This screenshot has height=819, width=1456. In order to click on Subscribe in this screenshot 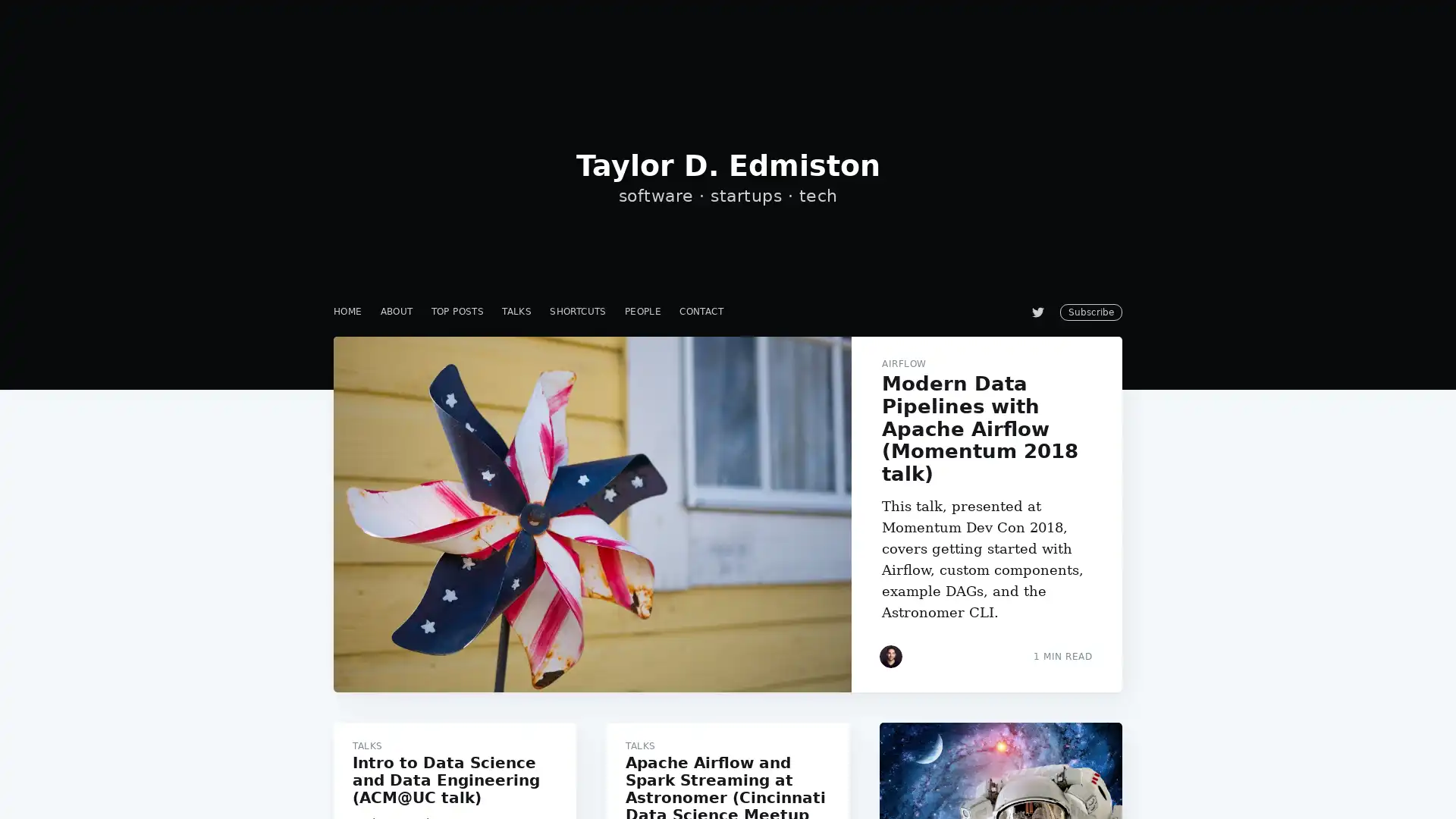, I will do `click(866, 465)`.